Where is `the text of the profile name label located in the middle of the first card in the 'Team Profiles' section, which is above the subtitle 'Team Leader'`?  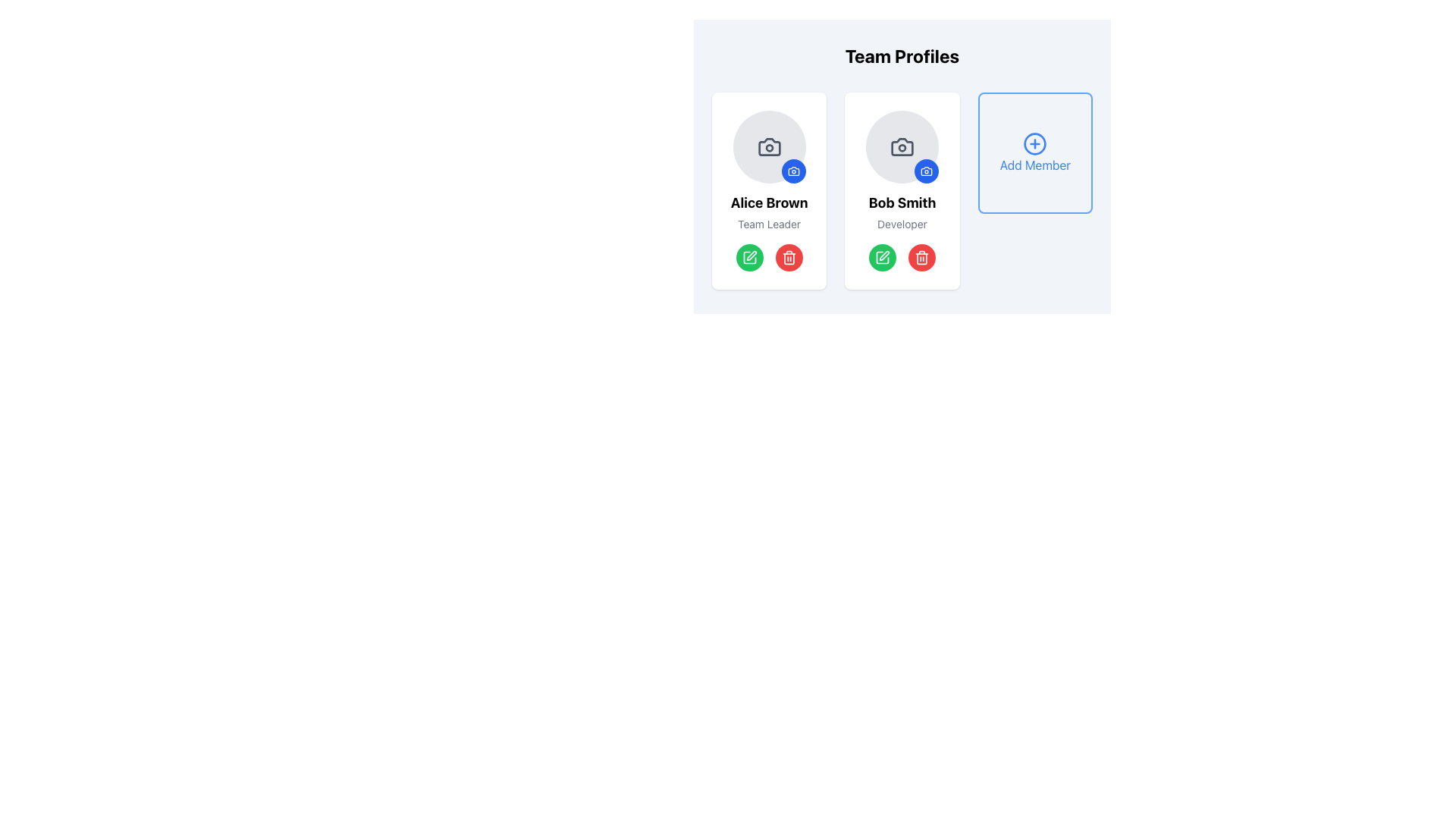 the text of the profile name label located in the middle of the first card in the 'Team Profiles' section, which is above the subtitle 'Team Leader' is located at coordinates (769, 202).